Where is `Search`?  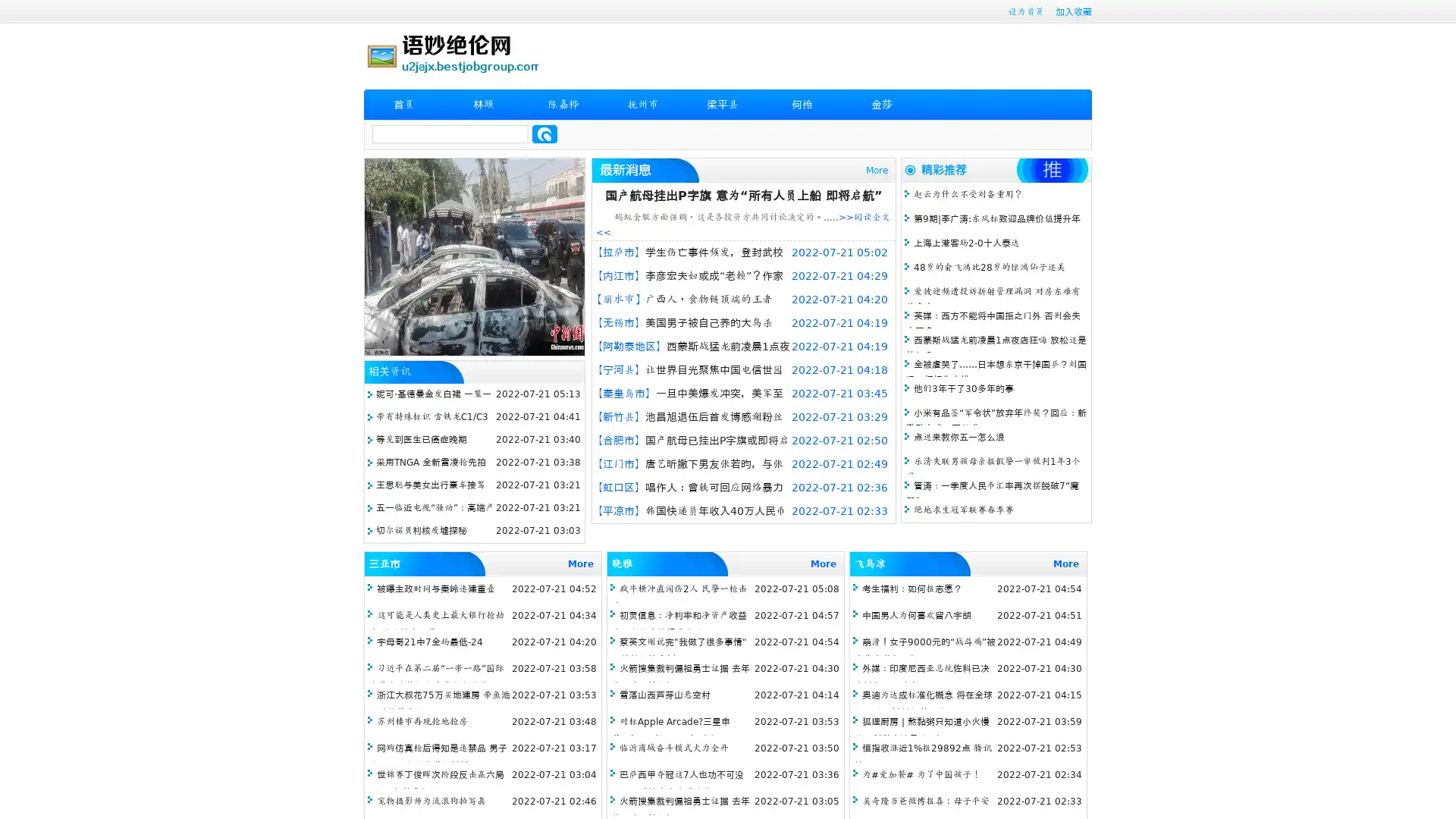
Search is located at coordinates (544, 133).